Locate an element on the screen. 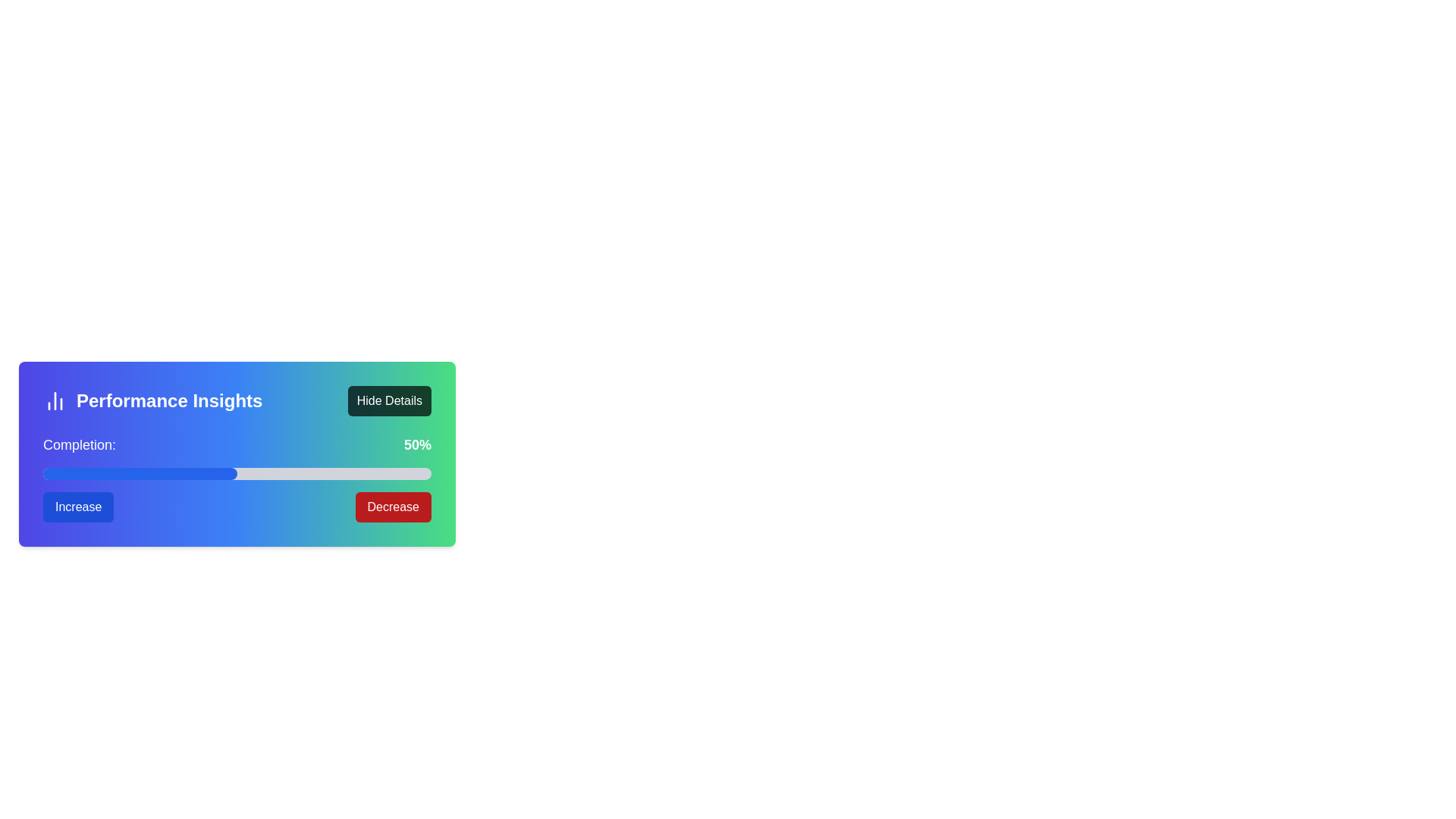  the text label displaying '50%' in bold white font on a green background, located near the right end of a horizontal progress bar is located at coordinates (418, 444).